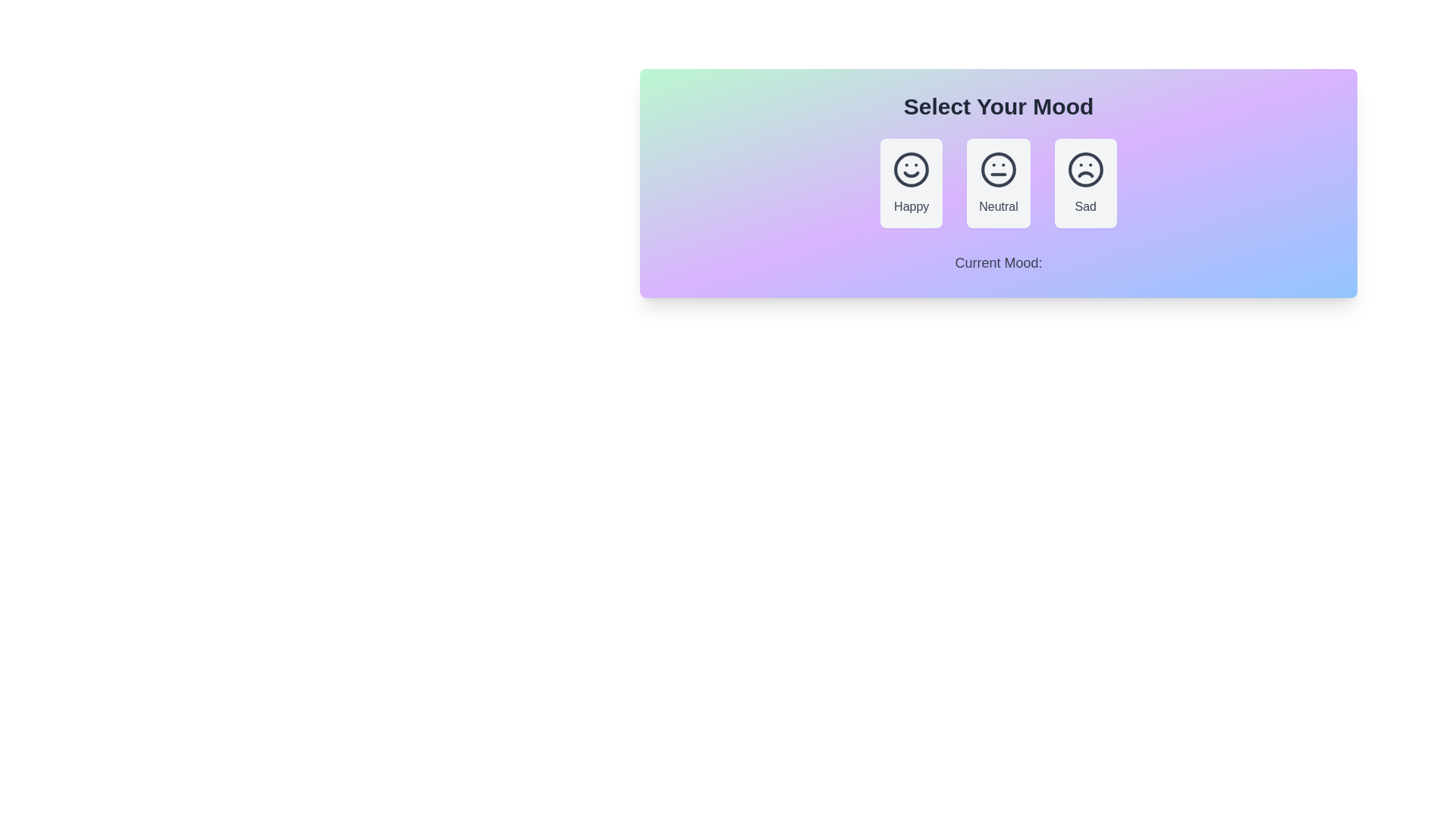  What do you see at coordinates (998, 183) in the screenshot?
I see `the Neutral button to observe its hover effects` at bounding box center [998, 183].